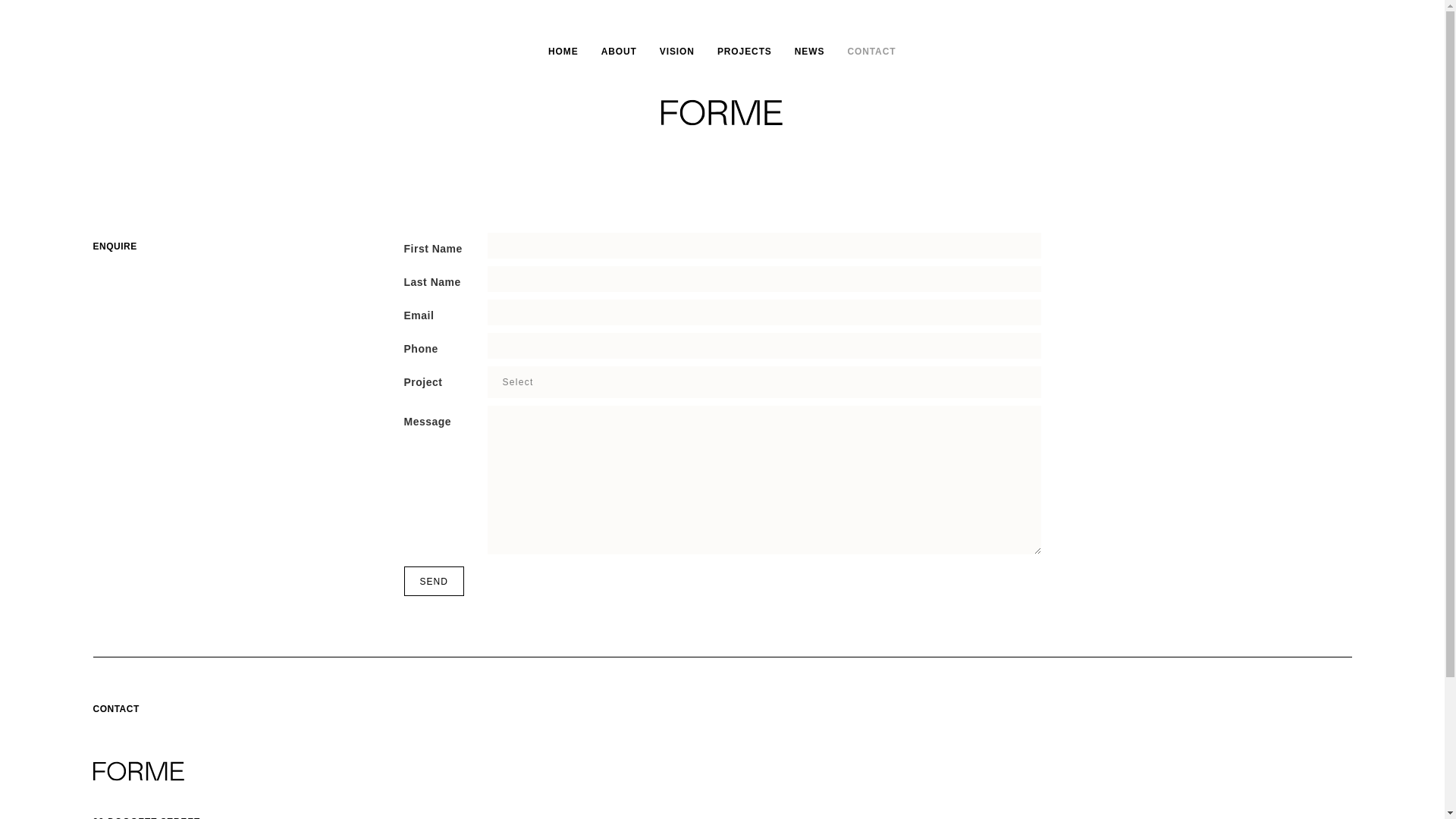 The width and height of the screenshot is (1456, 819). Describe the element at coordinates (676, 51) in the screenshot. I see `'VISION'` at that location.